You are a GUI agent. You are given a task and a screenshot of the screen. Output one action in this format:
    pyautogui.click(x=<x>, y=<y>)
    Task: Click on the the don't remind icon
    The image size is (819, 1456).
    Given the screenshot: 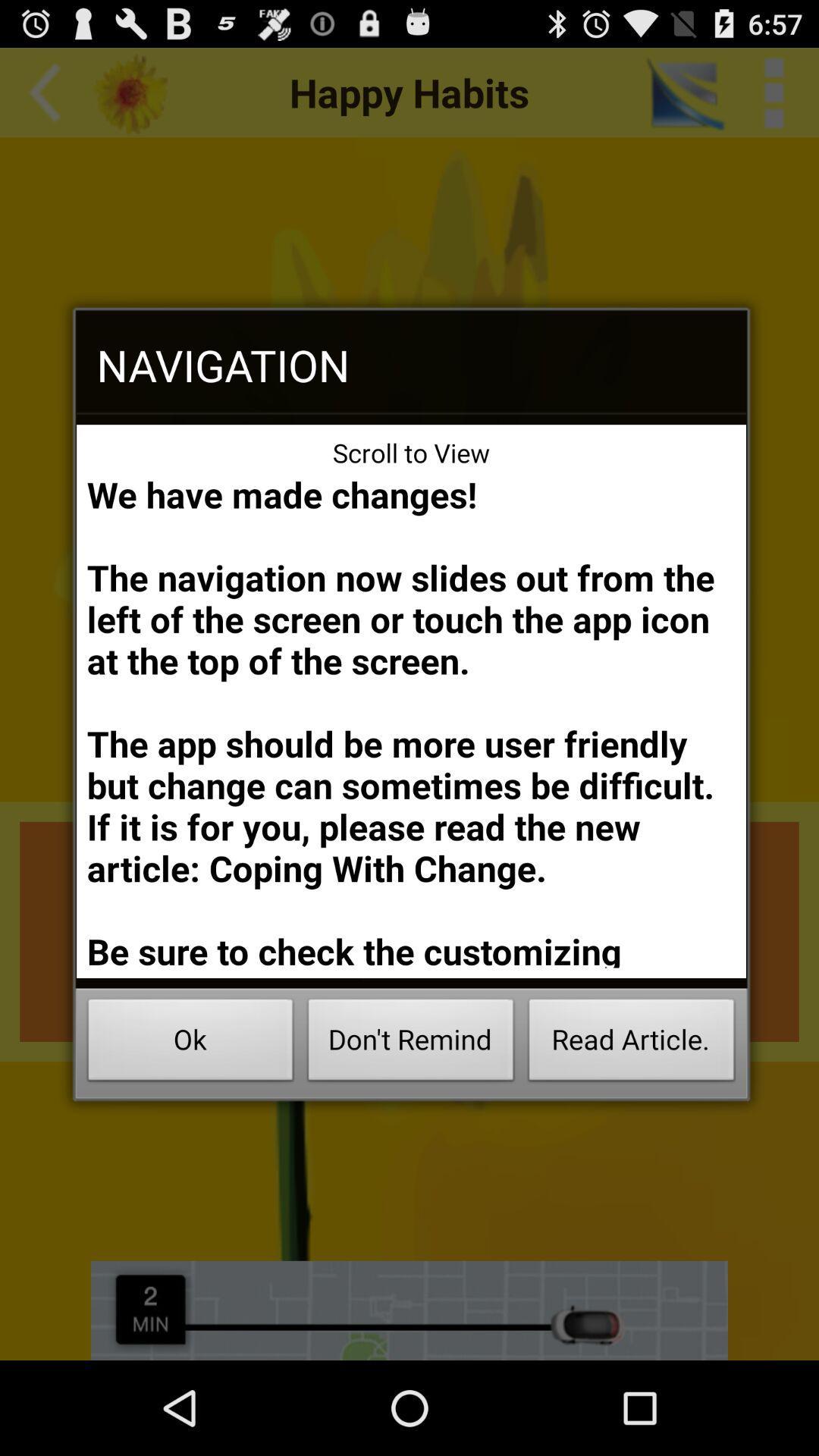 What is the action you would take?
    pyautogui.click(x=411, y=1043)
    